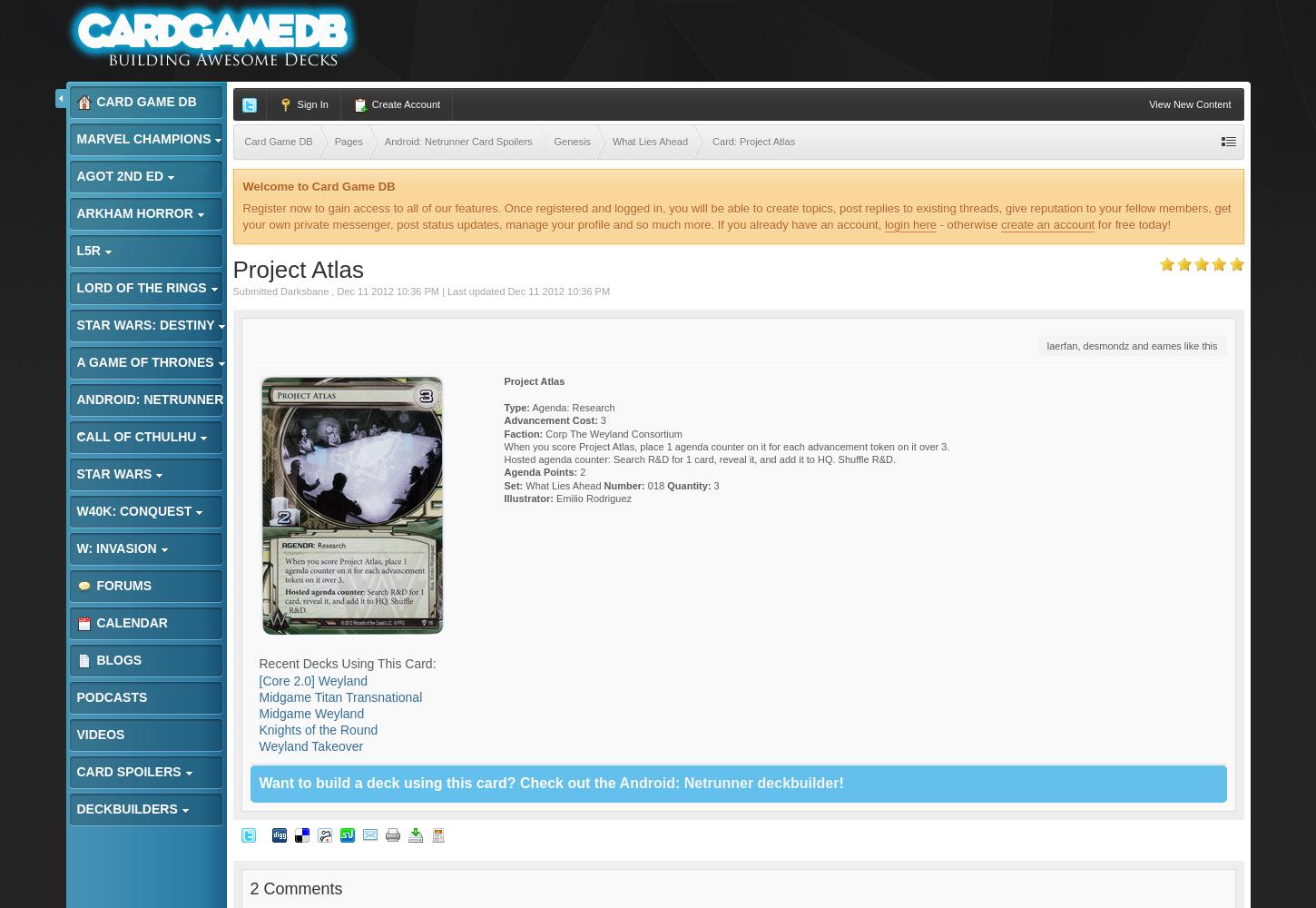 Image resolution: width=1316 pixels, height=908 pixels. What do you see at coordinates (75, 287) in the screenshot?
I see `'Lord of the Rings'` at bounding box center [75, 287].